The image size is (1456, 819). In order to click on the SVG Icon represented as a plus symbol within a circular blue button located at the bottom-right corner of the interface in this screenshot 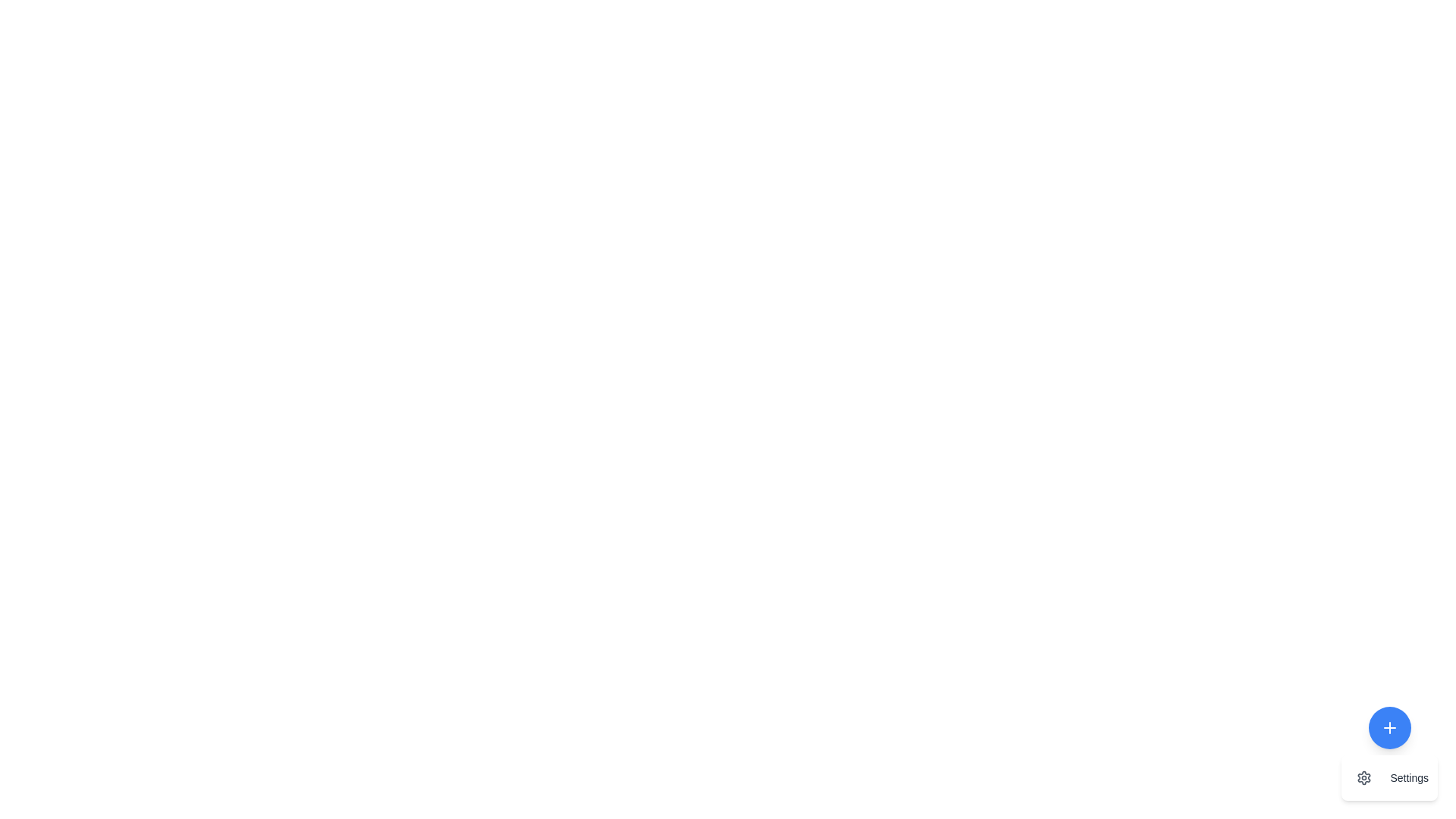, I will do `click(1389, 727)`.